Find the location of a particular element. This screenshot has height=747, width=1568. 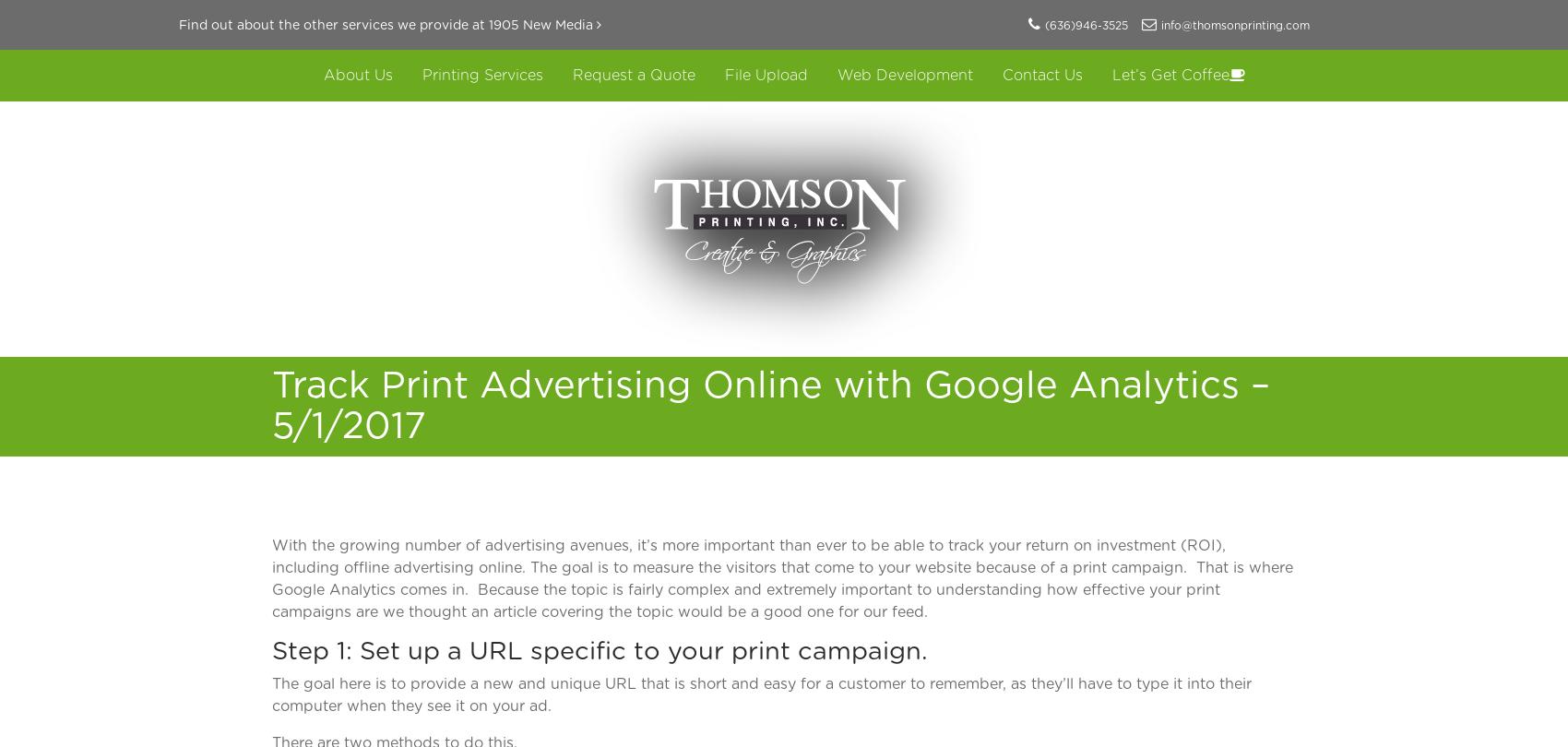

'Web Development' is located at coordinates (836, 75).